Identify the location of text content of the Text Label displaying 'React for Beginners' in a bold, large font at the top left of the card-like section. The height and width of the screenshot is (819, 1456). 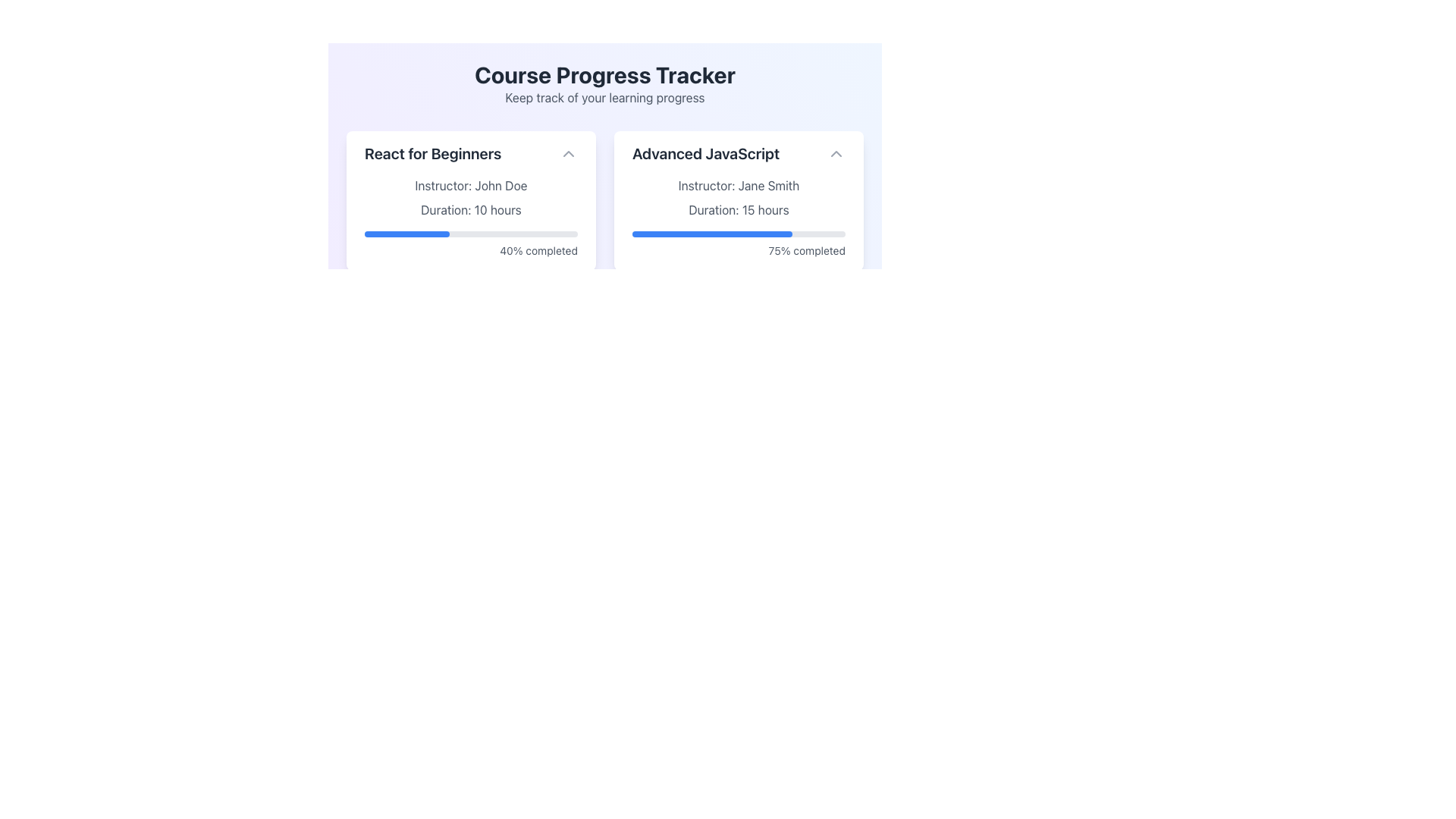
(432, 154).